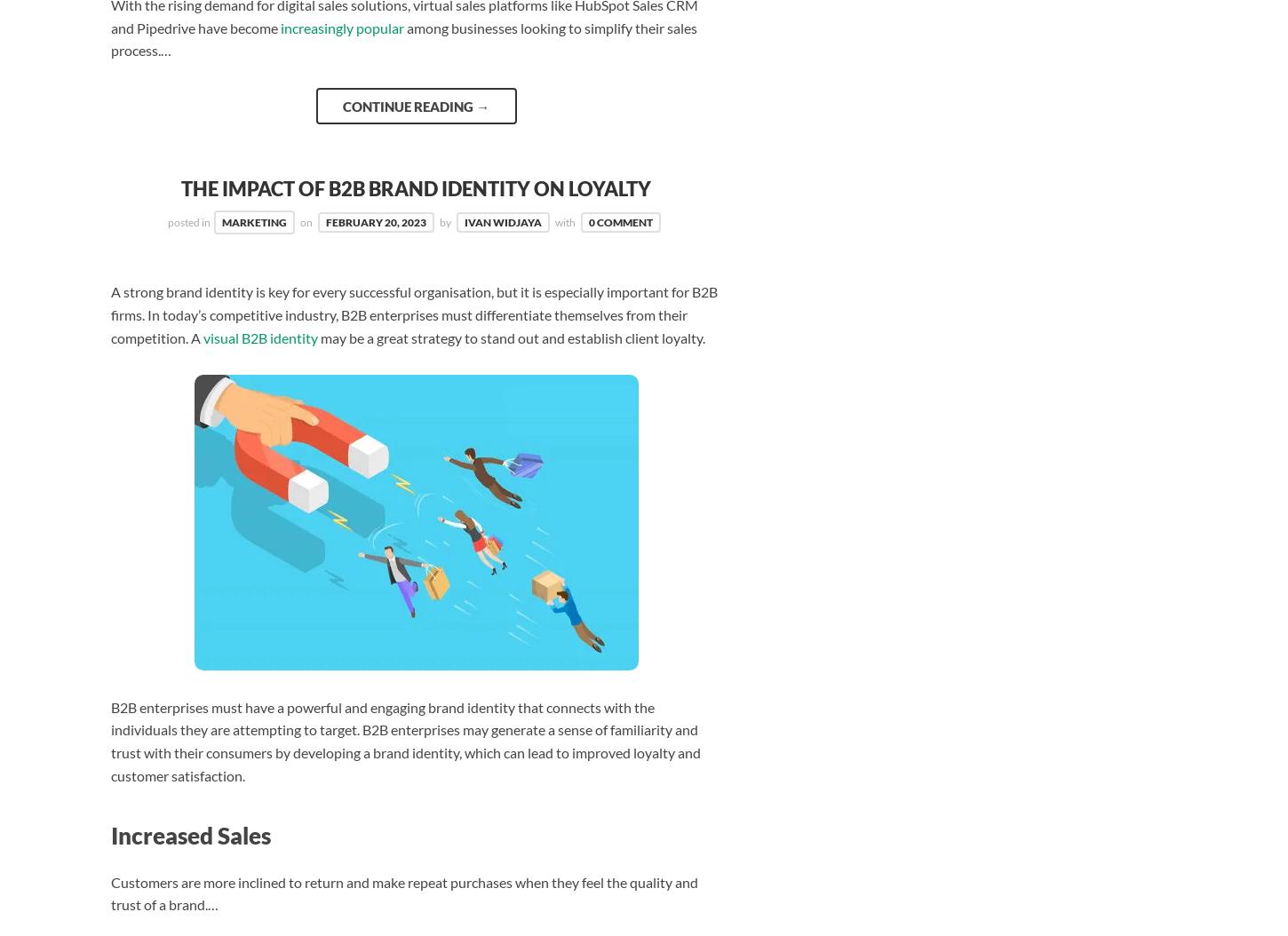 This screenshot has width=1288, height=936. I want to click on 'The Impact of B2B Brand Identity on Loyalty', so click(180, 188).